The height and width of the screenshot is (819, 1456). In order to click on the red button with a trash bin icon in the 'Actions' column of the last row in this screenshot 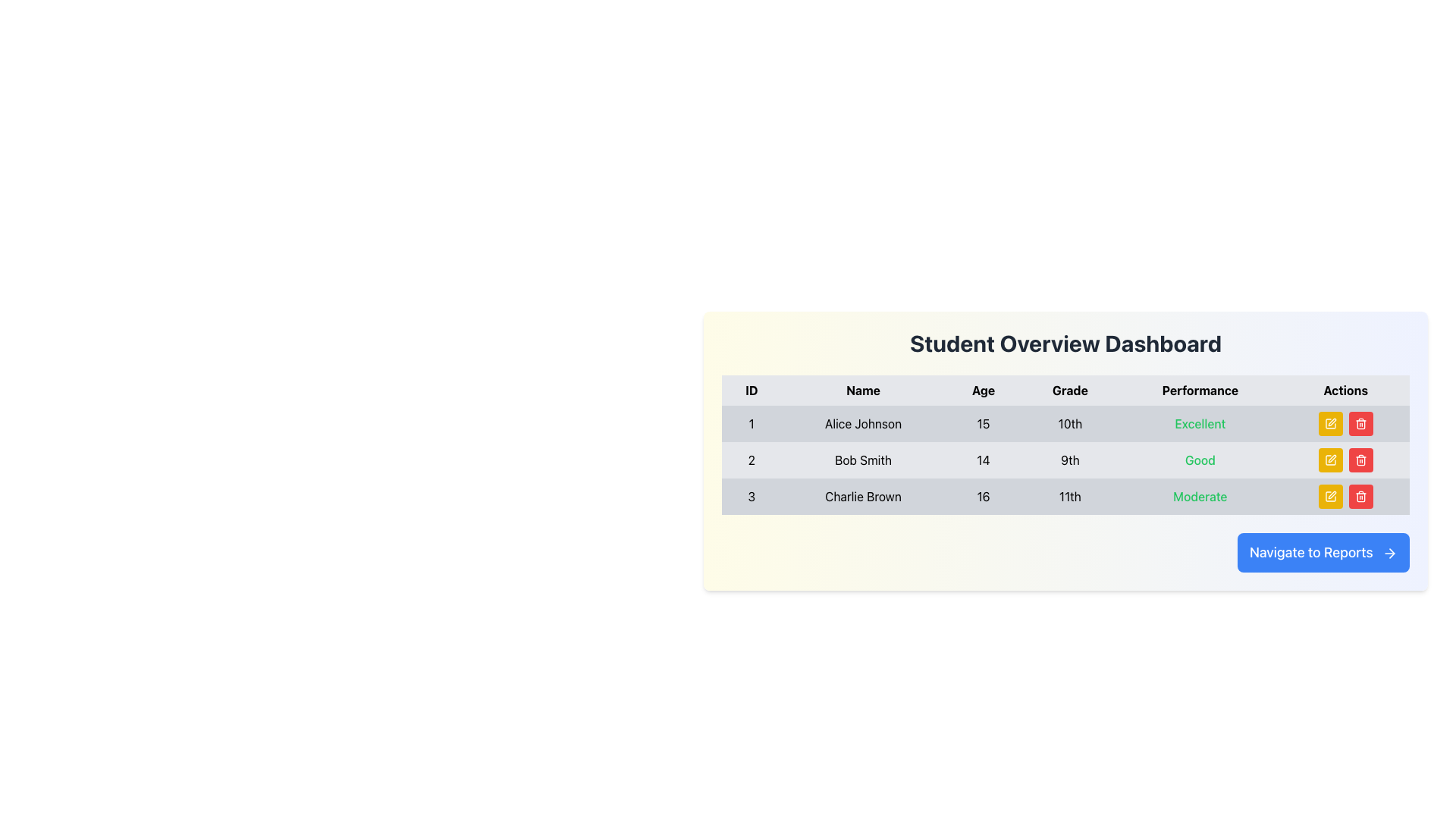, I will do `click(1360, 497)`.